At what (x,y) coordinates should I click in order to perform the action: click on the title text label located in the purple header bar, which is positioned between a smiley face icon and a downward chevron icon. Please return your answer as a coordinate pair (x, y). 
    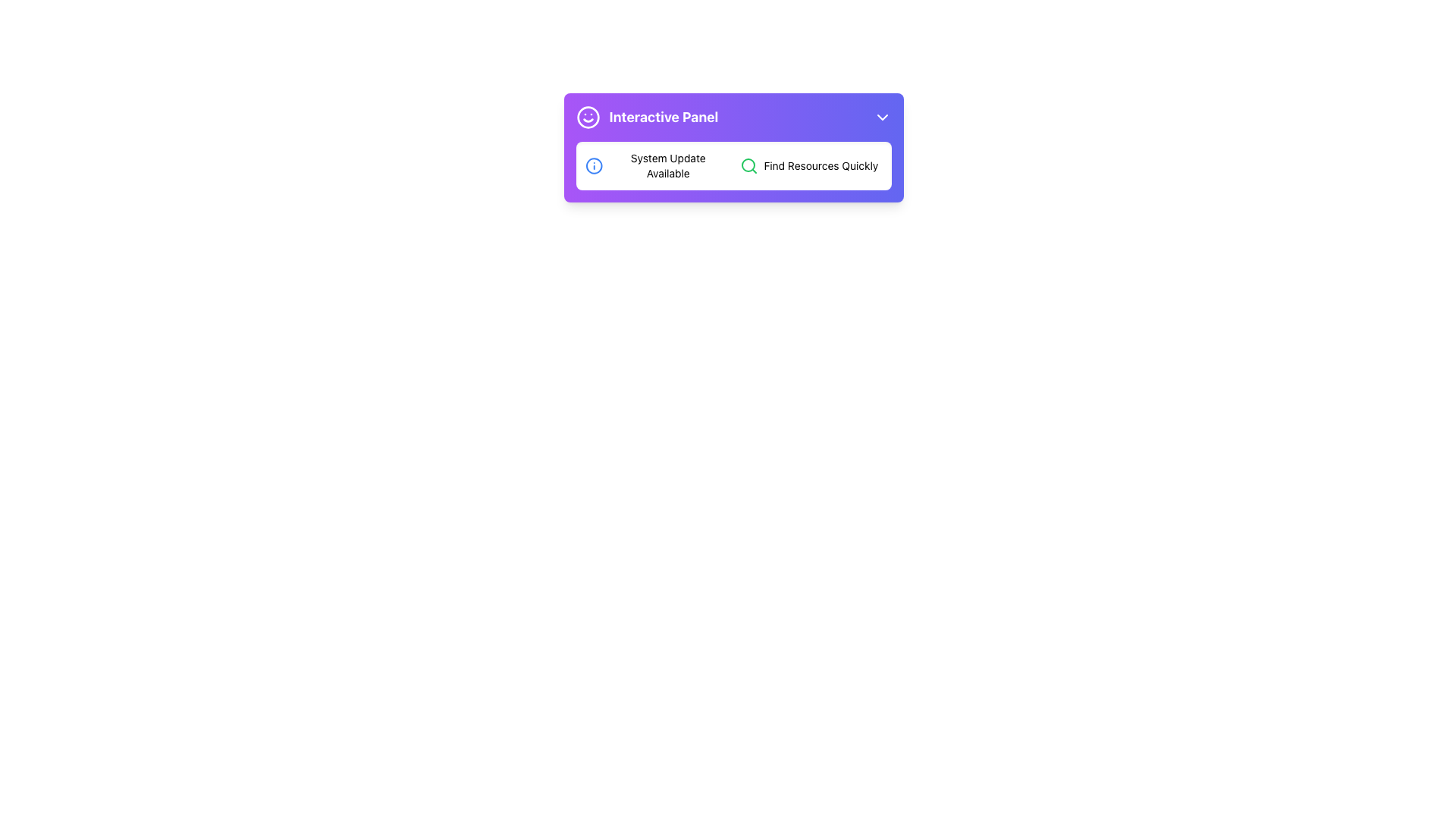
    Looking at the image, I should click on (664, 116).